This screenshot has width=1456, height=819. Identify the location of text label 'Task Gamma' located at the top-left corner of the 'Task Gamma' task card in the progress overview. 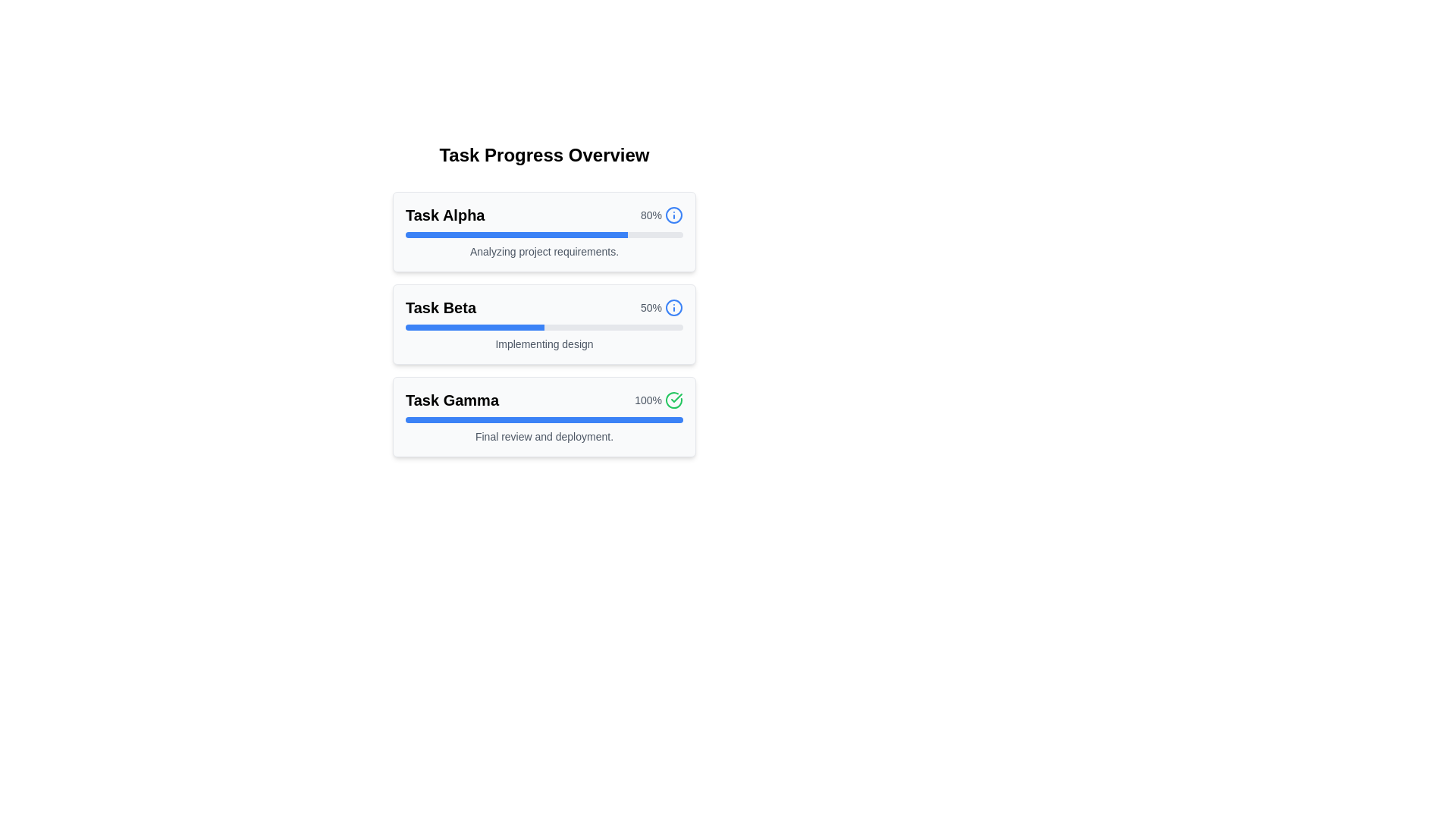
(451, 400).